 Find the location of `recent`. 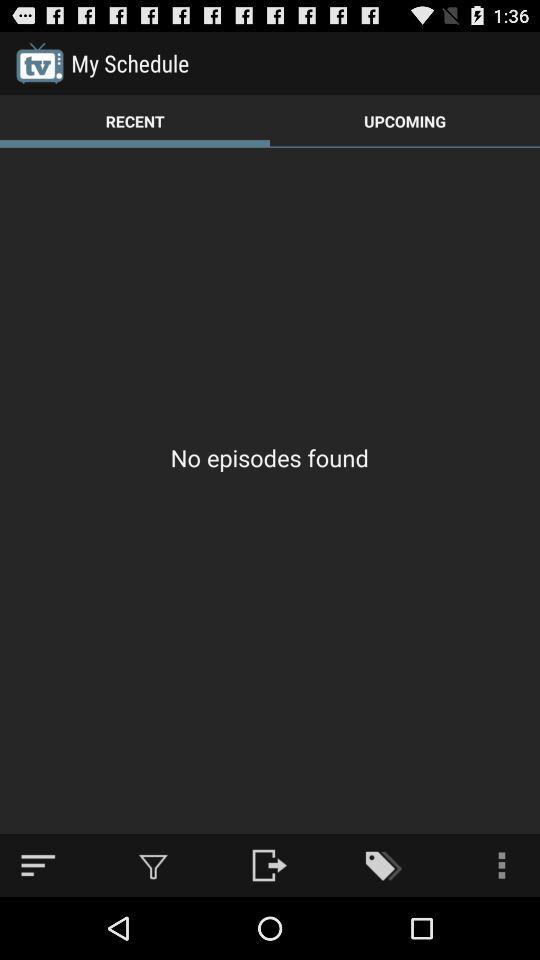

recent is located at coordinates (135, 120).